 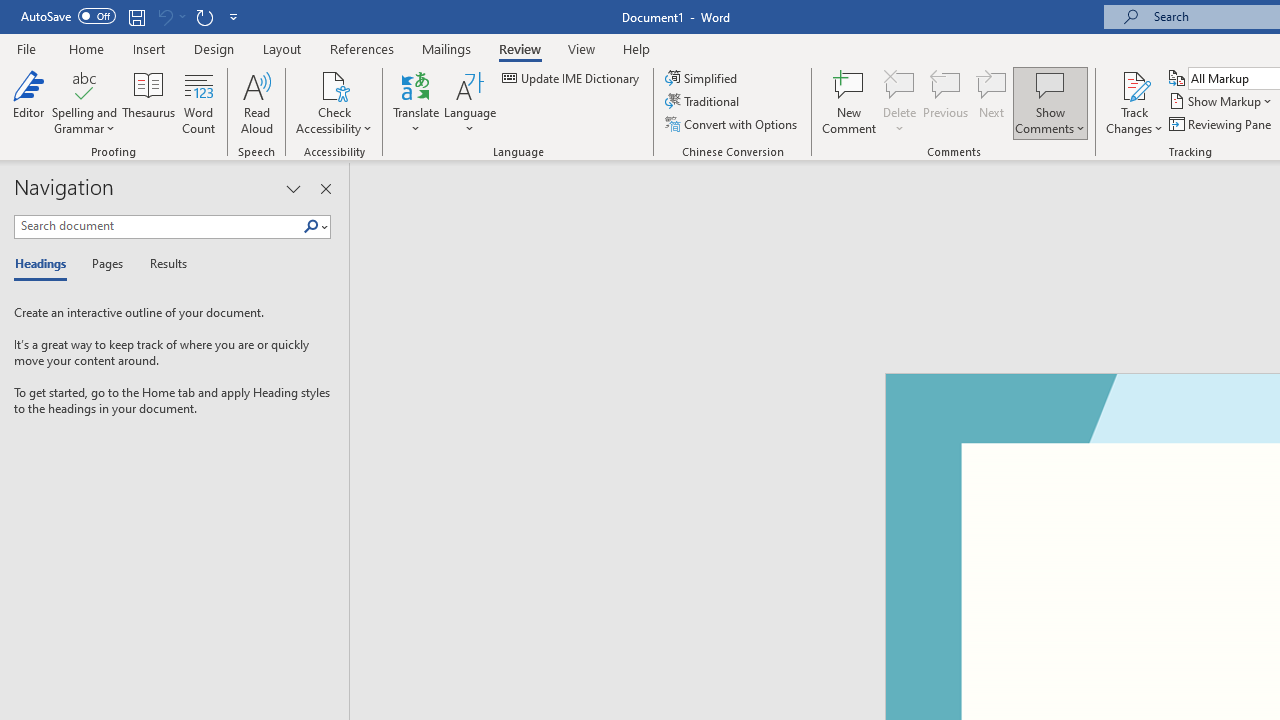 What do you see at coordinates (157, 225) in the screenshot?
I see `'Search document'` at bounding box center [157, 225].